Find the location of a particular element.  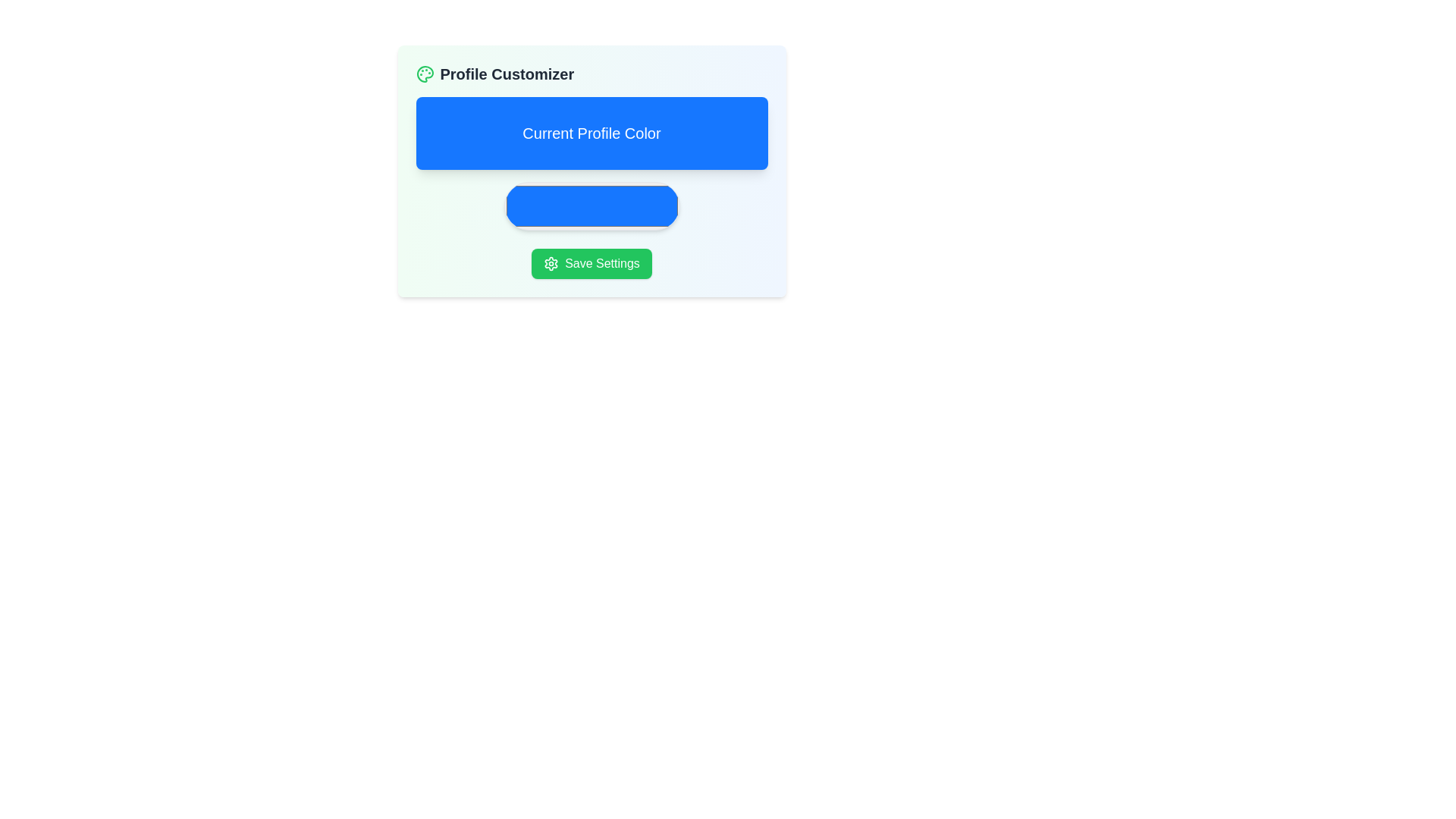

the decorative Vector graphic icon that symbolizes color-related functionalities, located within a cluster of circular elements at the top-left of the interface is located at coordinates (425, 74).